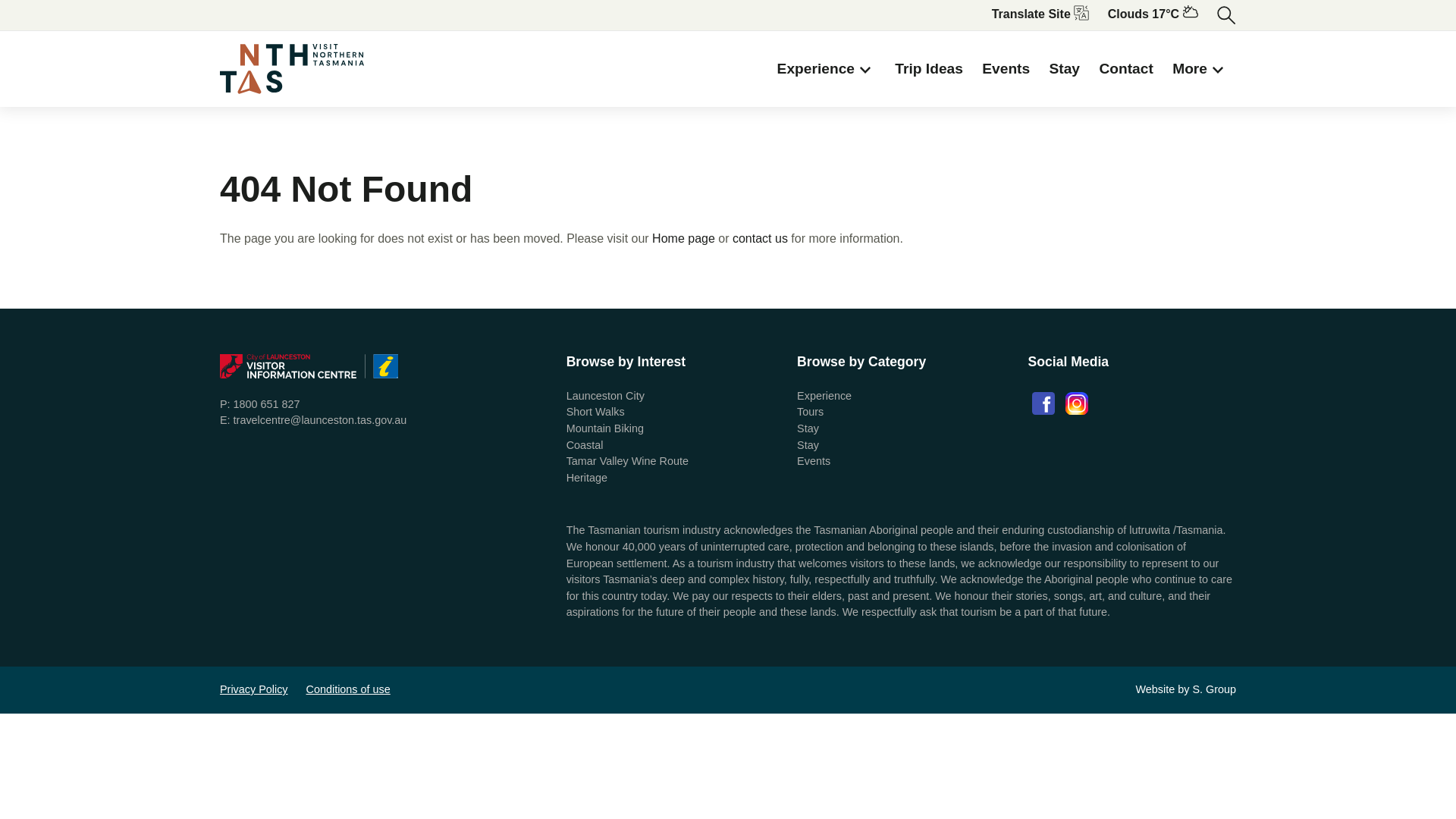 The image size is (1456, 819). Describe the element at coordinates (595, 412) in the screenshot. I see `'Short Walks'` at that location.